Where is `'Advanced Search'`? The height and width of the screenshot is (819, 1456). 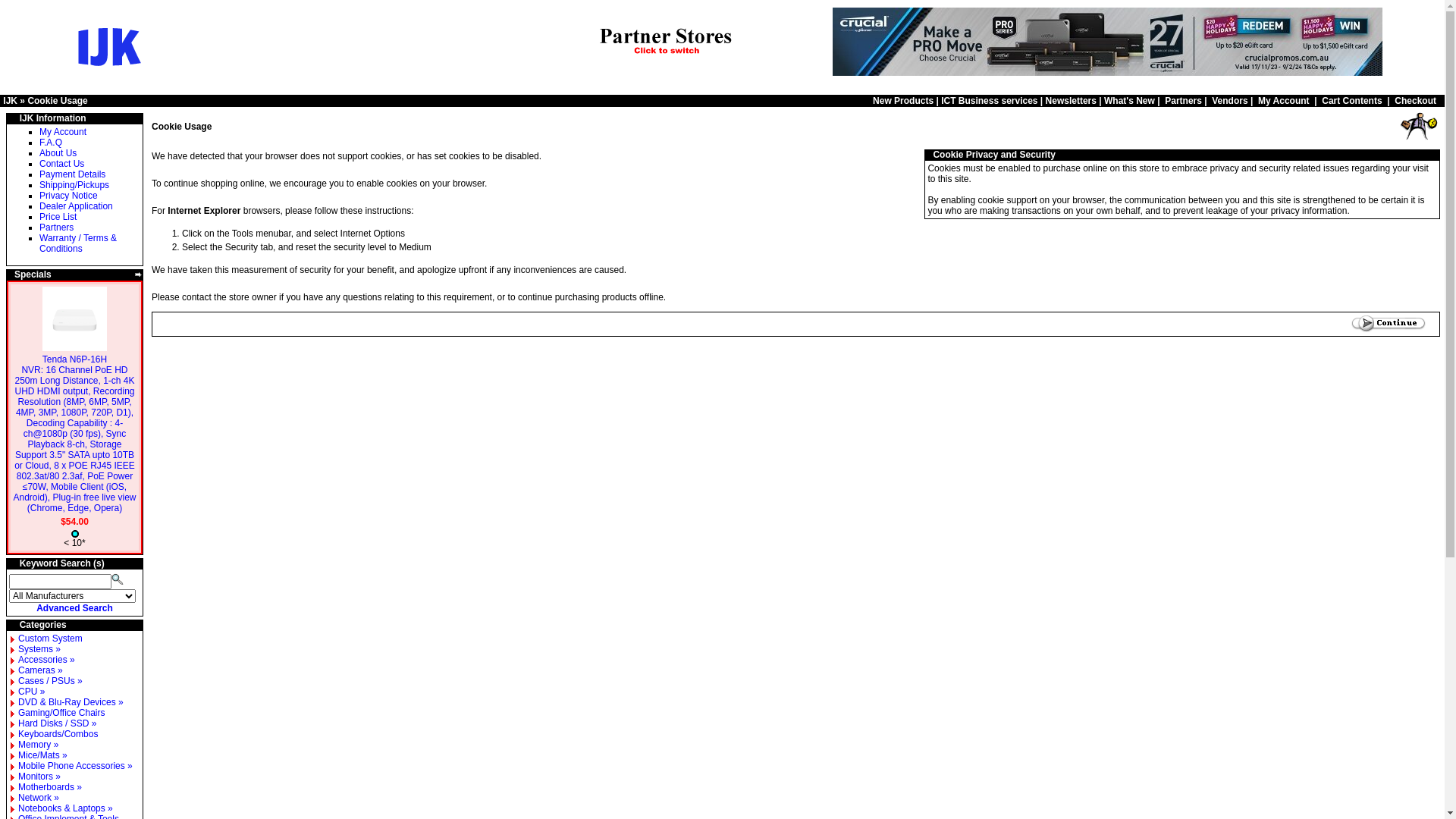
'Advanced Search' is located at coordinates (74, 607).